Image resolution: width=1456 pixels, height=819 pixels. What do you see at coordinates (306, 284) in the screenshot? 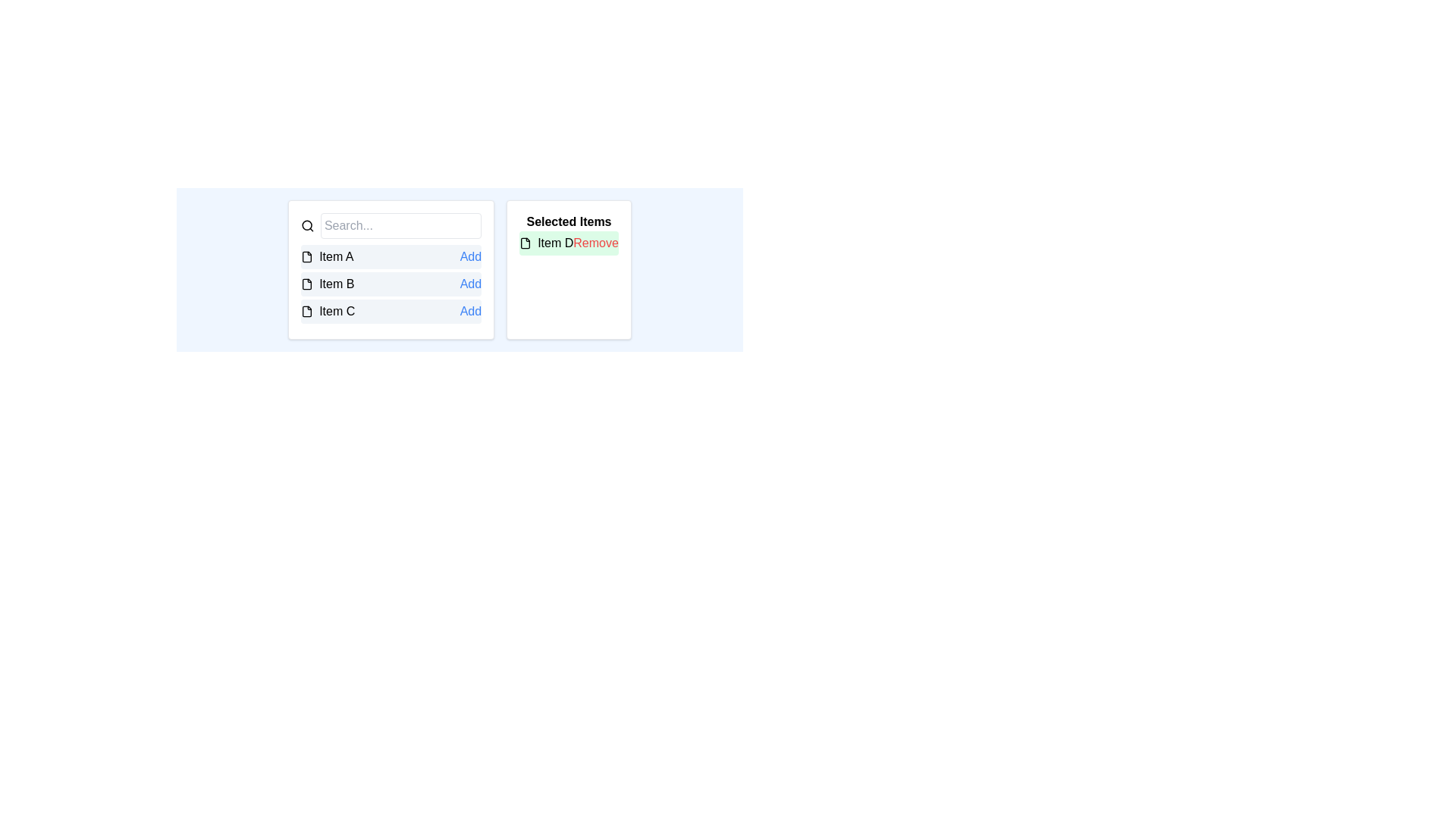
I see `the file icon representing 'Item B' in the list, which is located at the beginning of the row preceding the 'Add' button` at bounding box center [306, 284].